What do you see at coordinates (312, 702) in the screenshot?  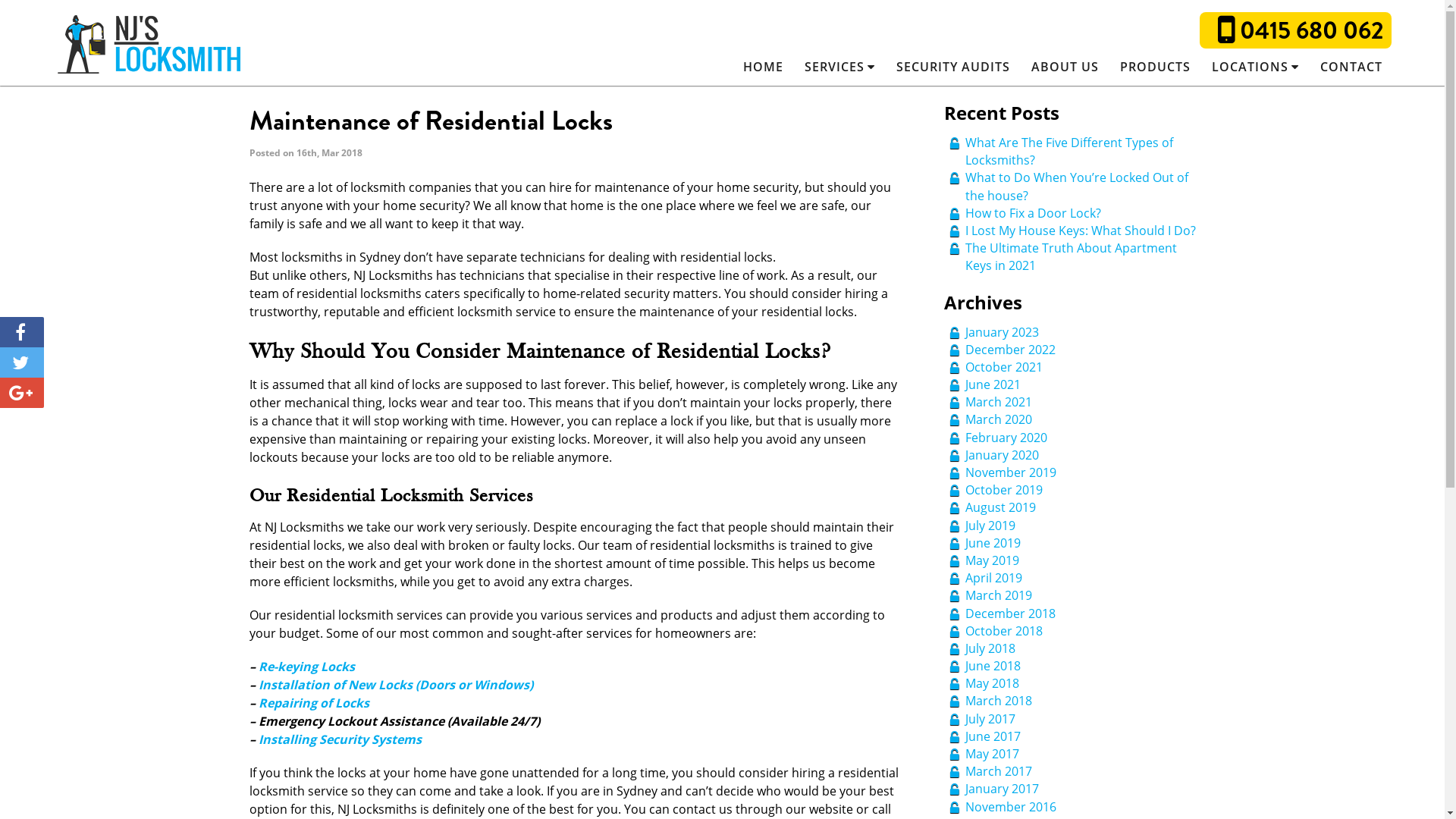 I see `'Repairing of Locks'` at bounding box center [312, 702].